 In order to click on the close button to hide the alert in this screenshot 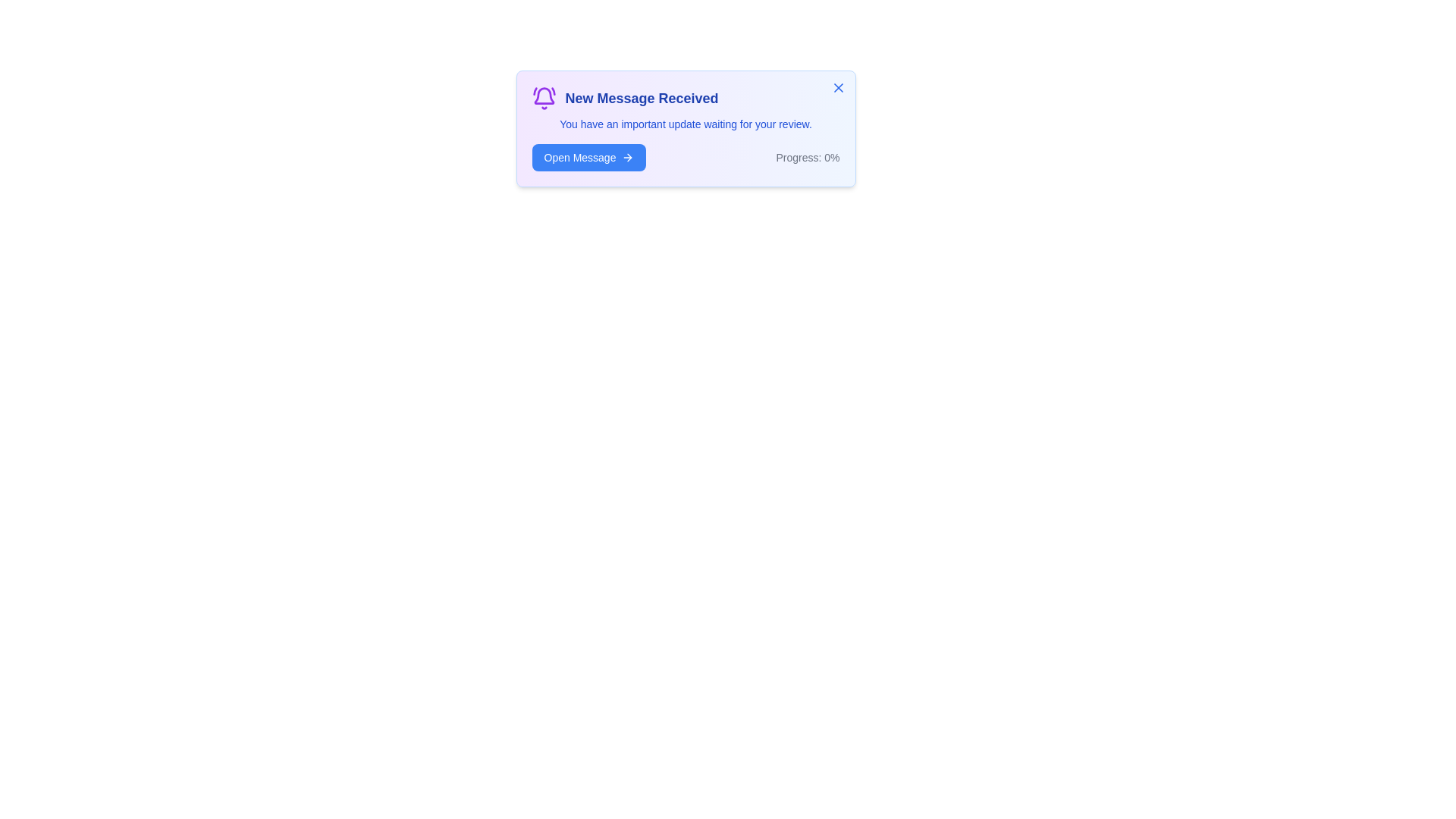, I will do `click(837, 87)`.